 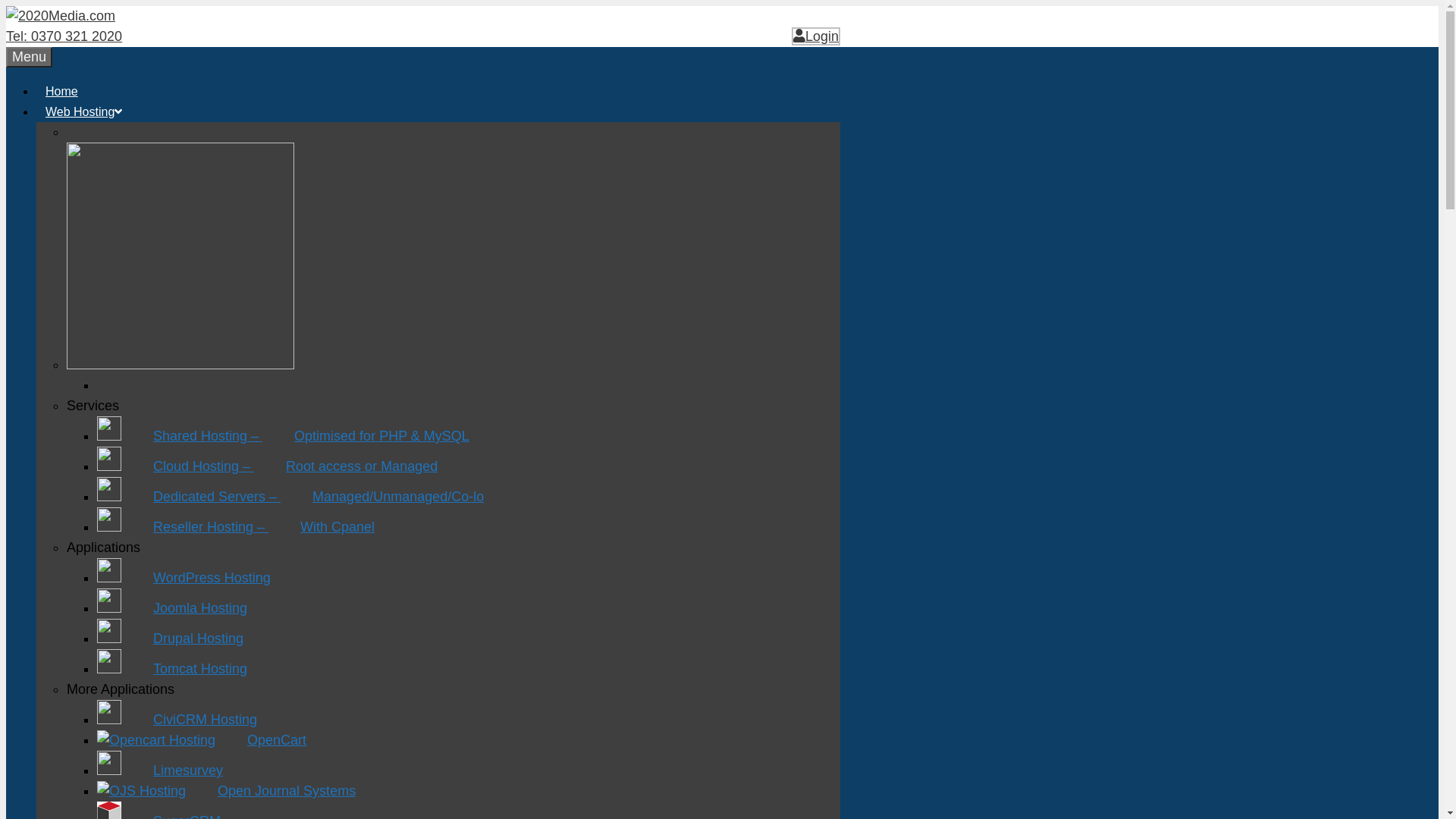 What do you see at coordinates (96, 638) in the screenshot?
I see `'Drupal Hosting'` at bounding box center [96, 638].